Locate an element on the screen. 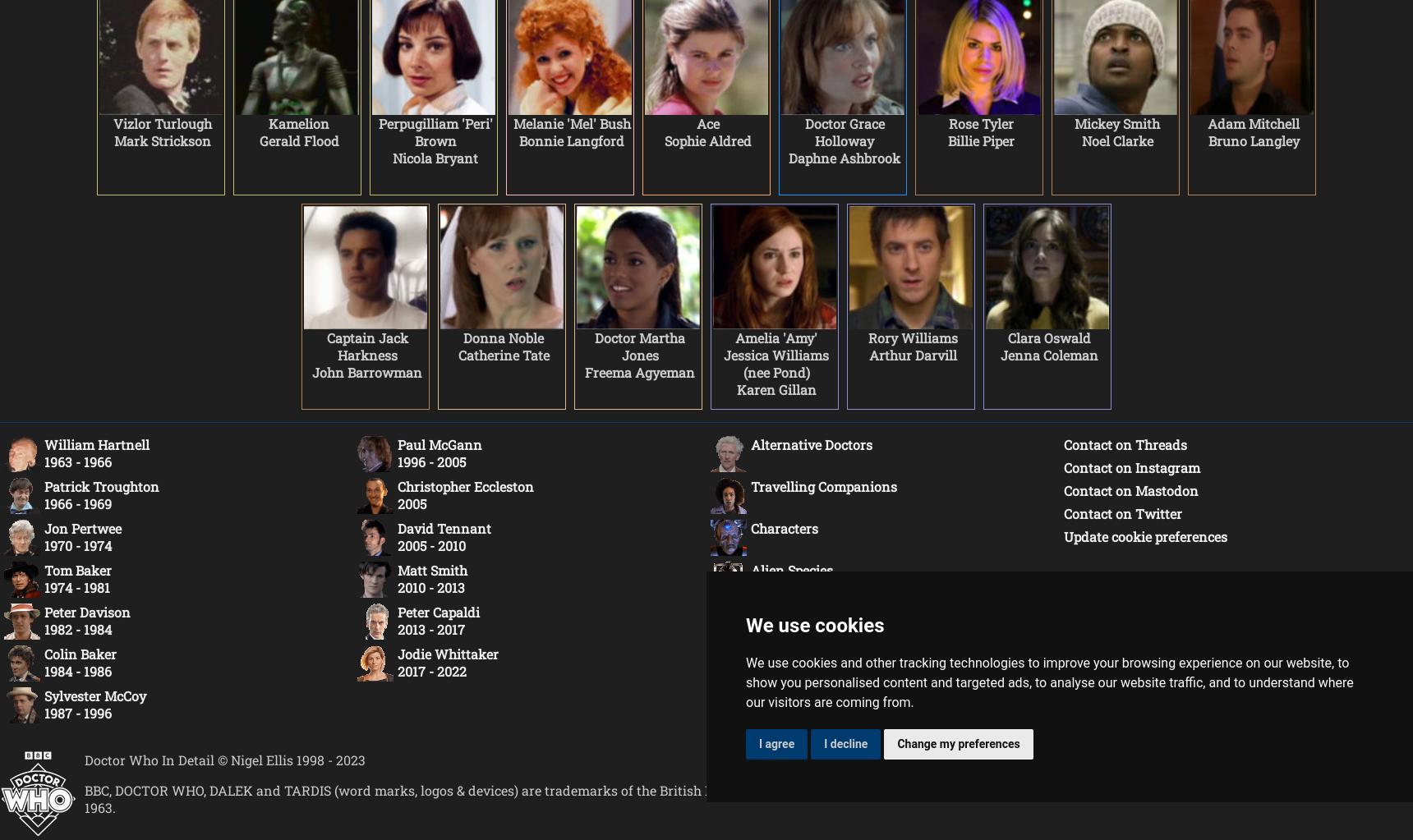 This screenshot has height=840, width=1413. '1984 - 1986' is located at coordinates (77, 671).